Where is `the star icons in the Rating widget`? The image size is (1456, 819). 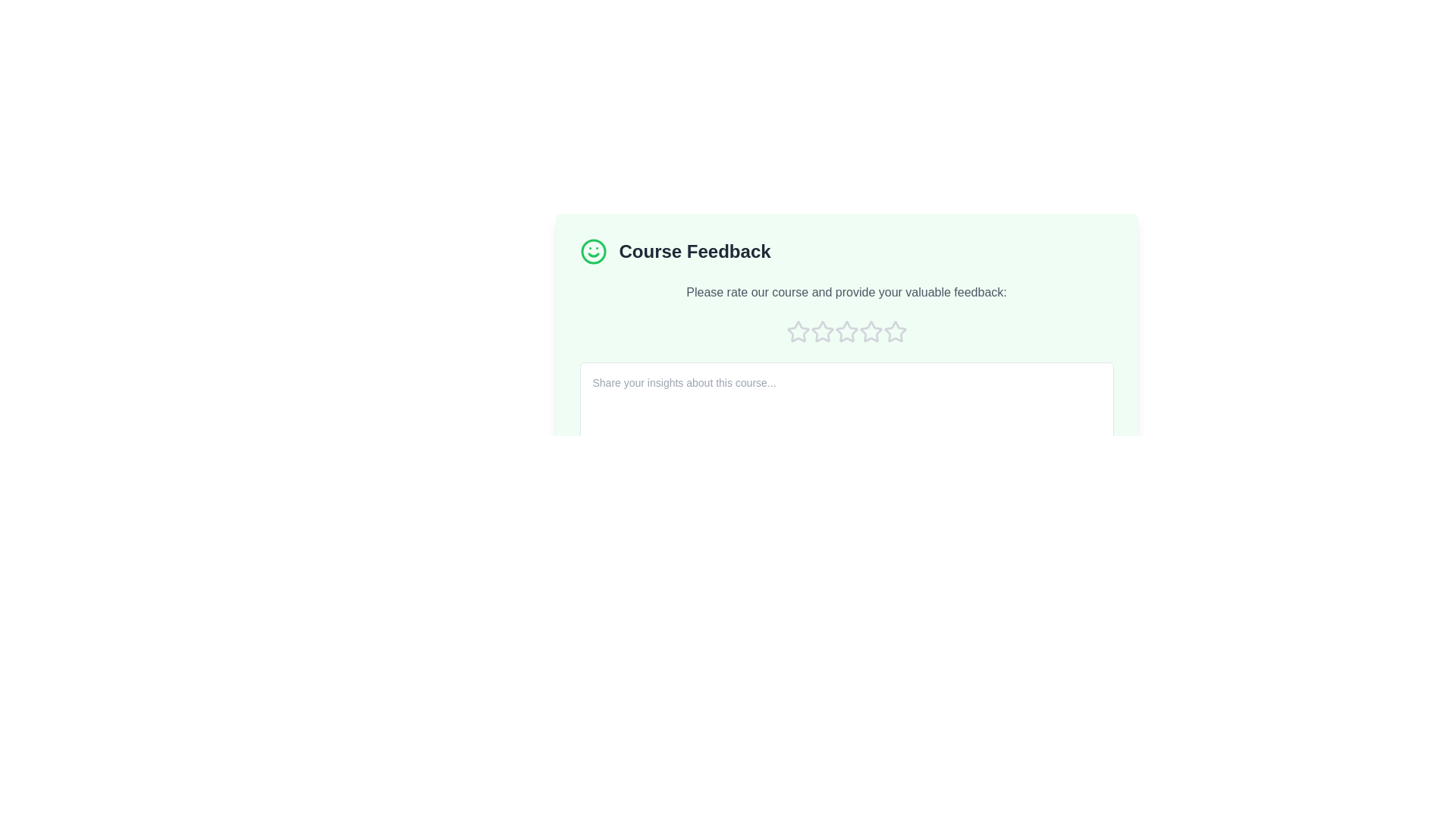 the star icons in the Rating widget is located at coordinates (846, 331).